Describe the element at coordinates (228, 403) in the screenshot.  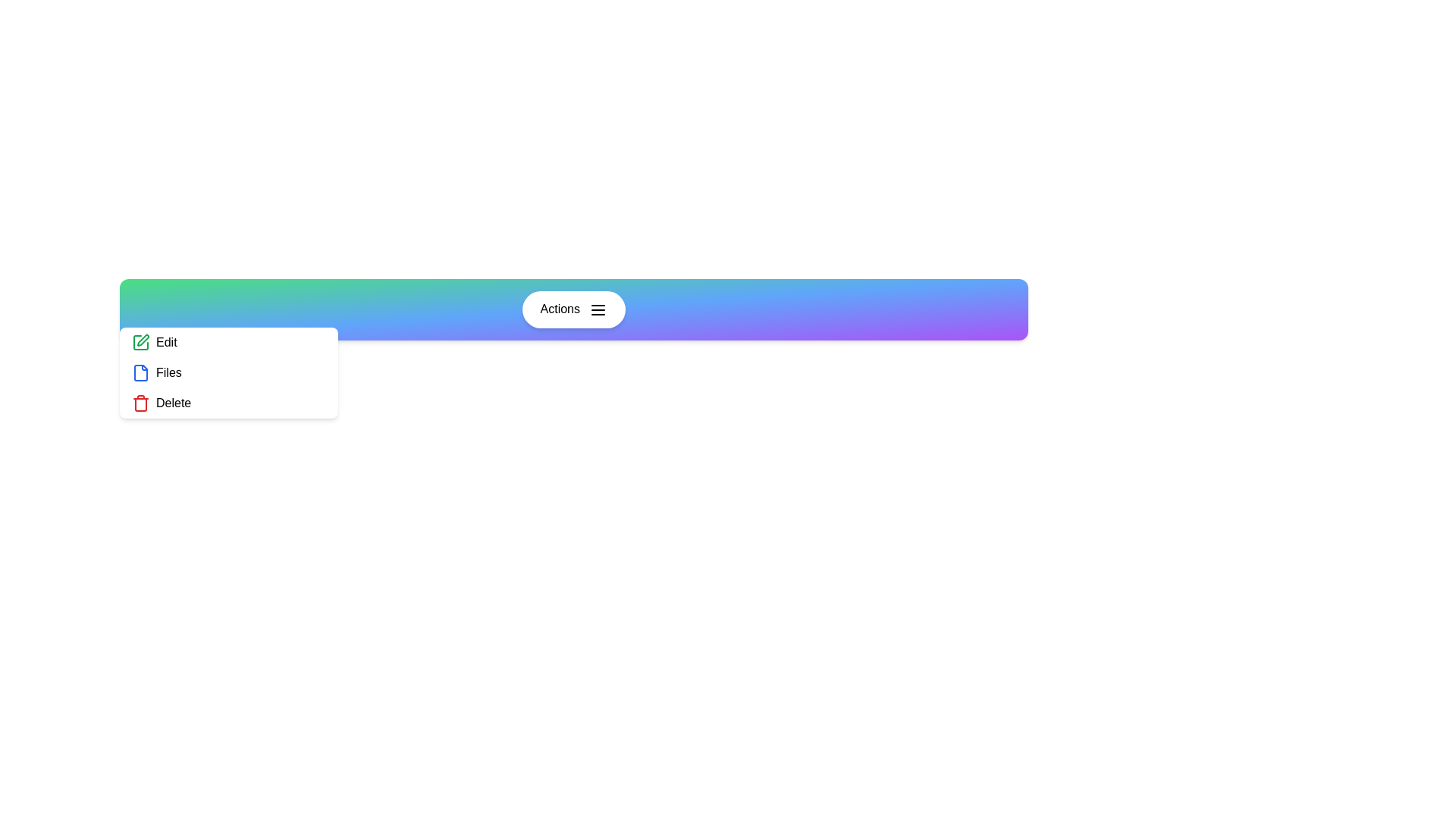
I see `the 'Delete' option in the menu` at that location.